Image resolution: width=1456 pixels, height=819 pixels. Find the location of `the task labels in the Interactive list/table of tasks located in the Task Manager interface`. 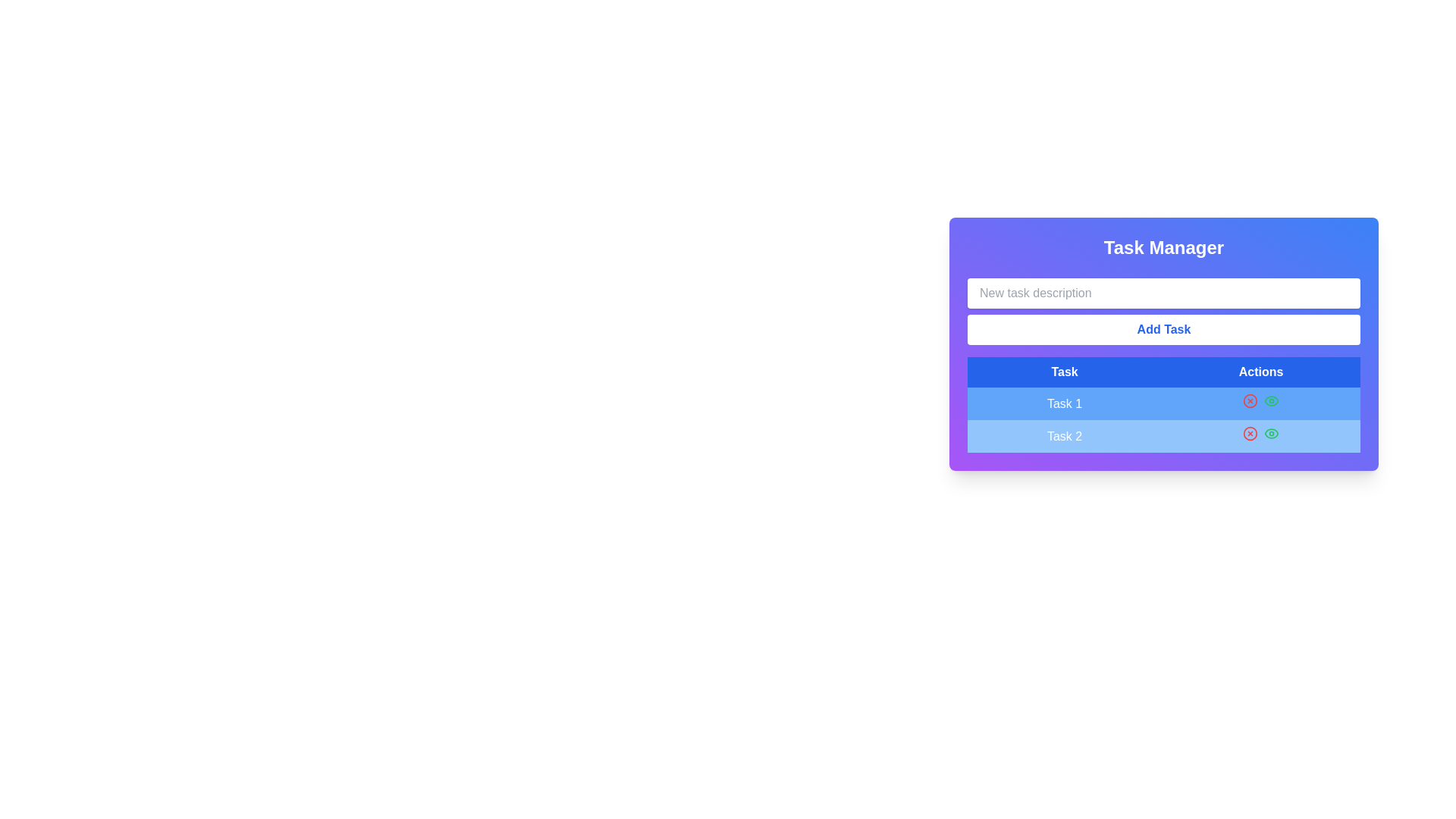

the task labels in the Interactive list/table of tasks located in the Task Manager interface is located at coordinates (1163, 420).